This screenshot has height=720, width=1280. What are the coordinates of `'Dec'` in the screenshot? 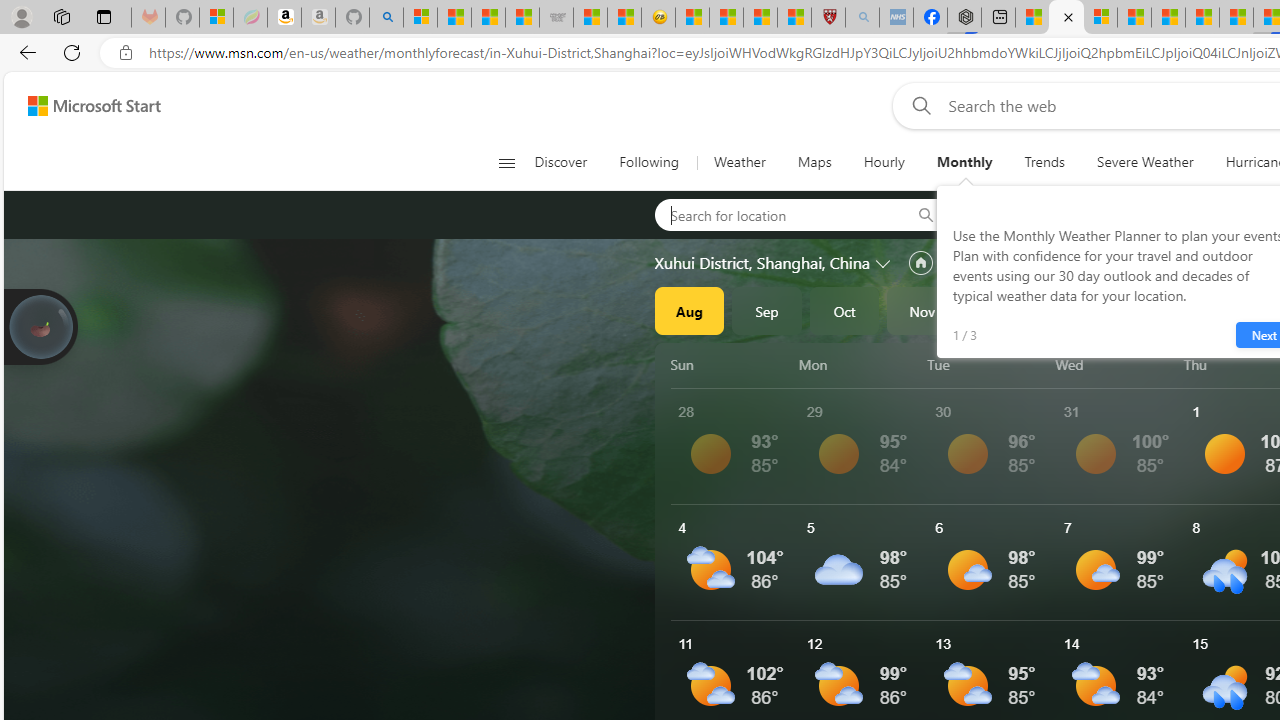 It's located at (1000, 311).